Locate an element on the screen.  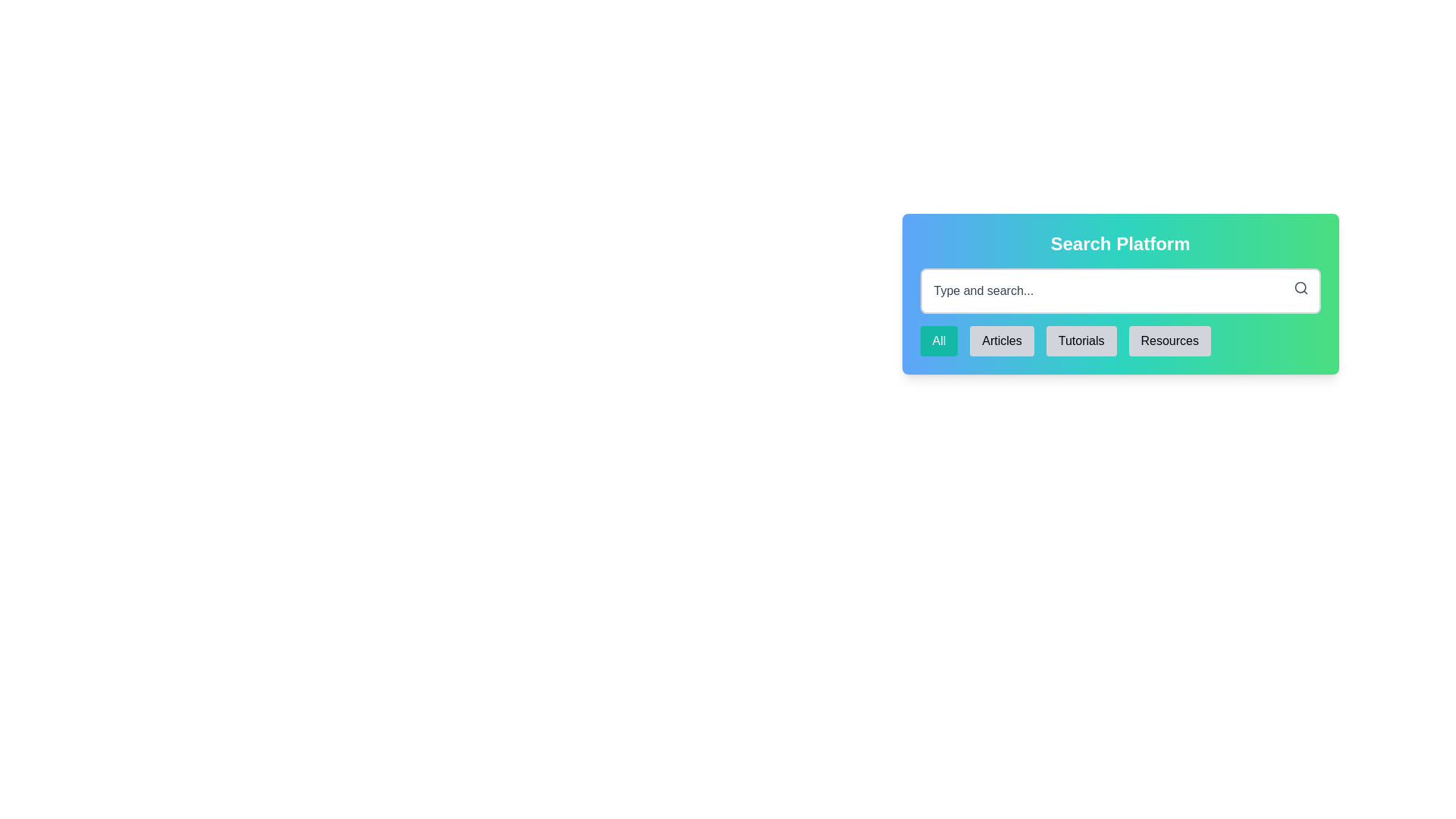
the magnifying glass icon, which features a small grayish circle representing the lens, located in the top-right corner of the search bar is located at coordinates (1299, 287).